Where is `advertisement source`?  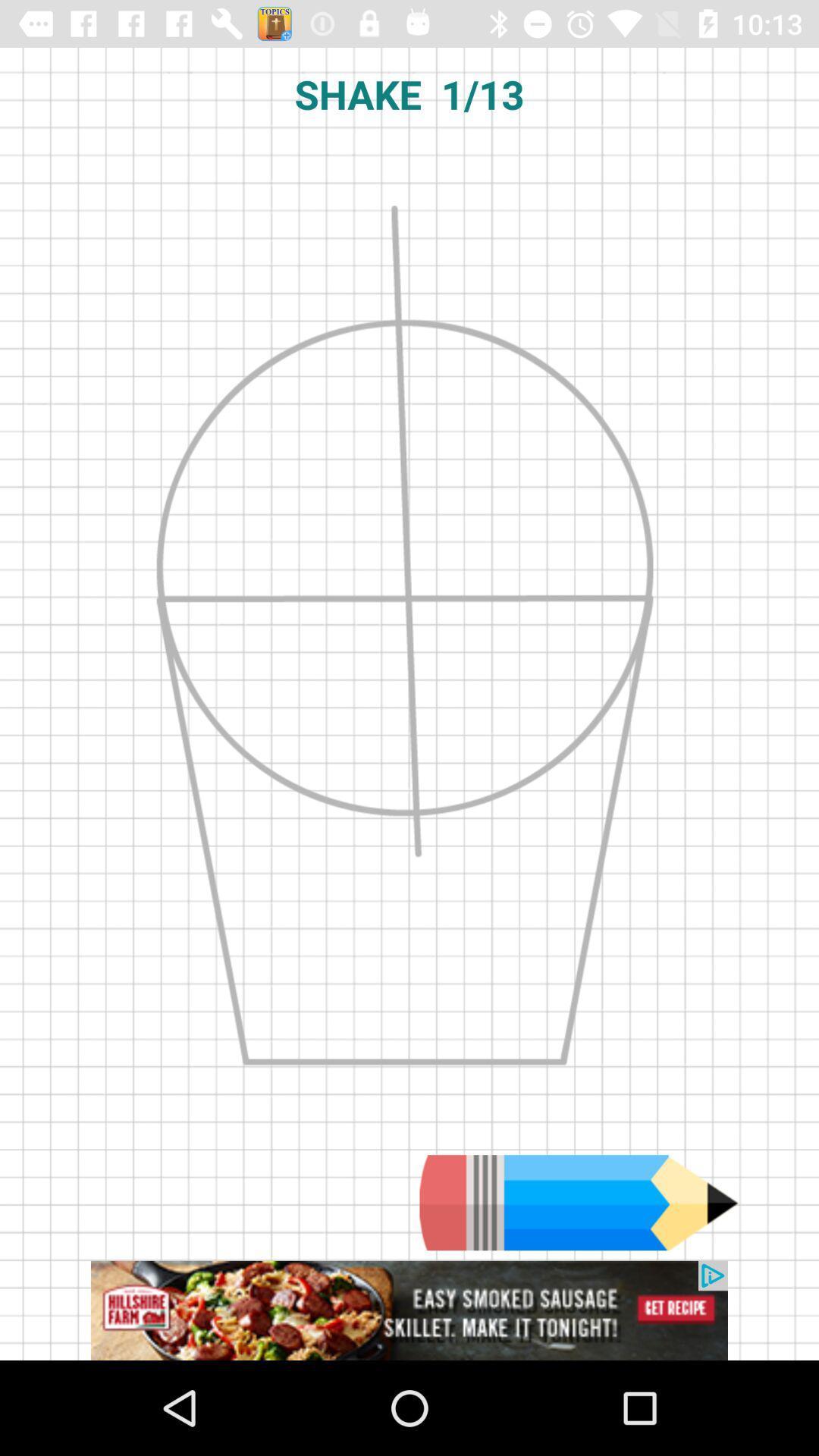
advertisement source is located at coordinates (409, 1310).